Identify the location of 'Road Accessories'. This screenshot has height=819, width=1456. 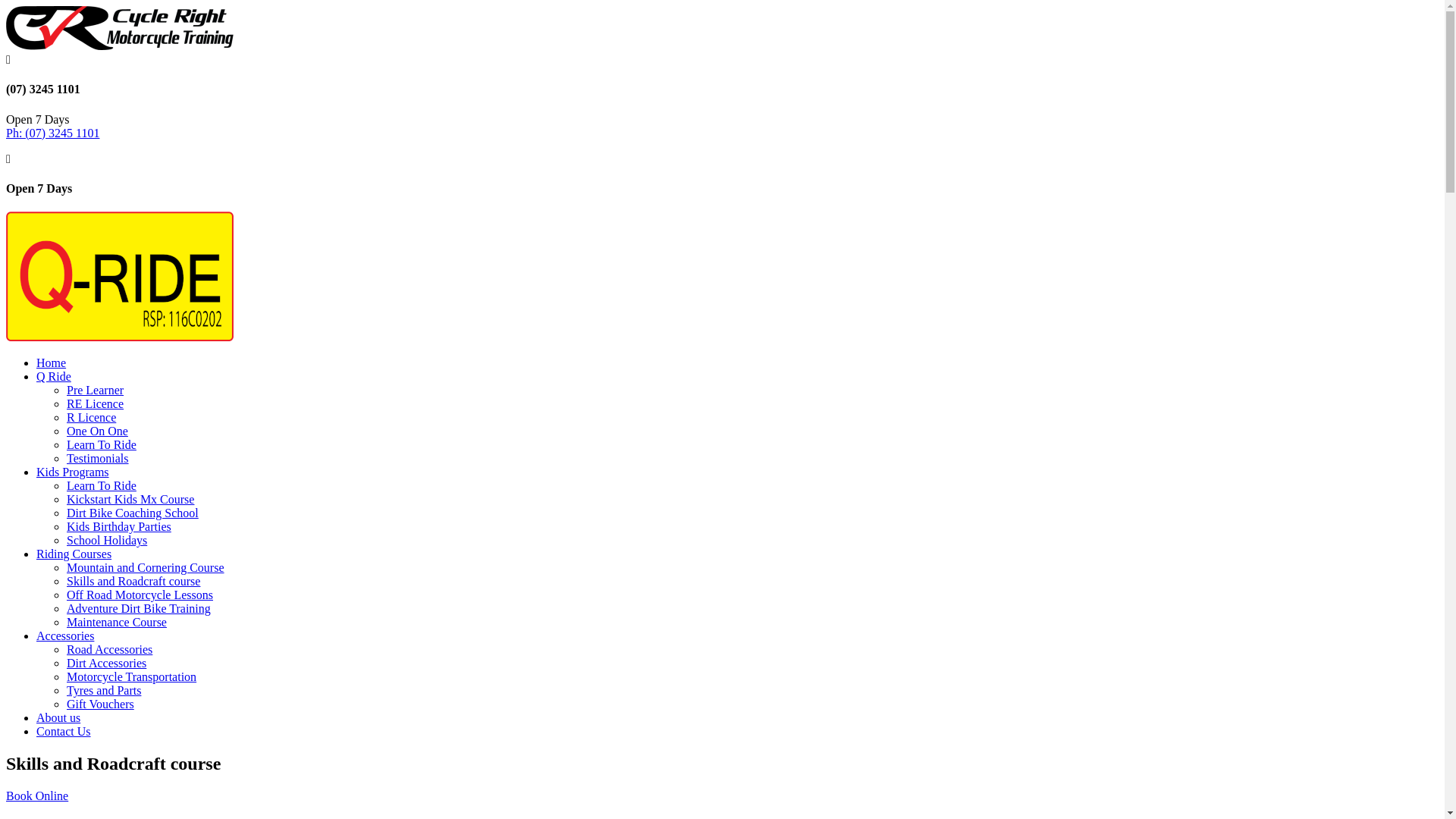
(65, 648).